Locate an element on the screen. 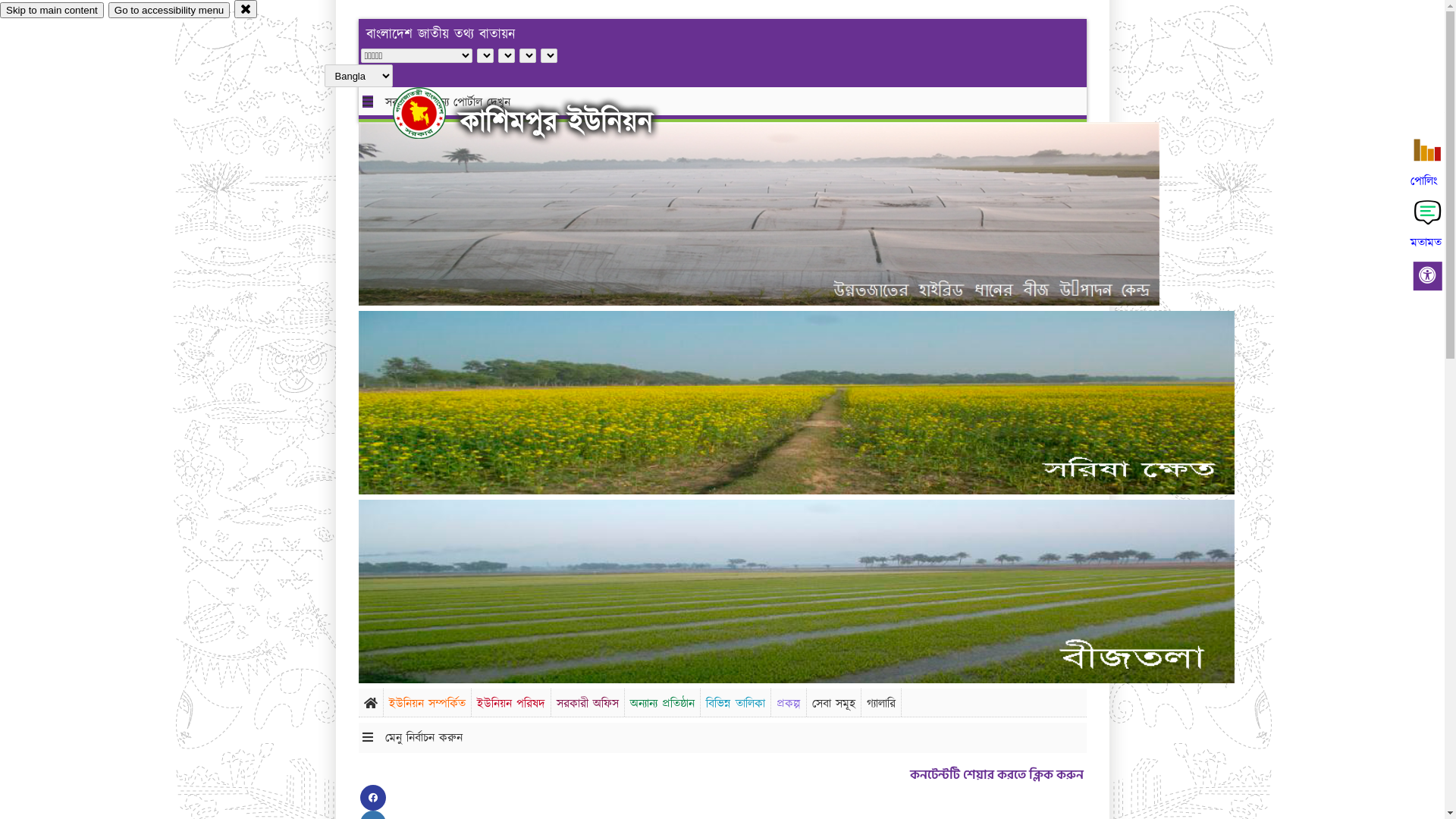  ' is located at coordinates (431, 112).